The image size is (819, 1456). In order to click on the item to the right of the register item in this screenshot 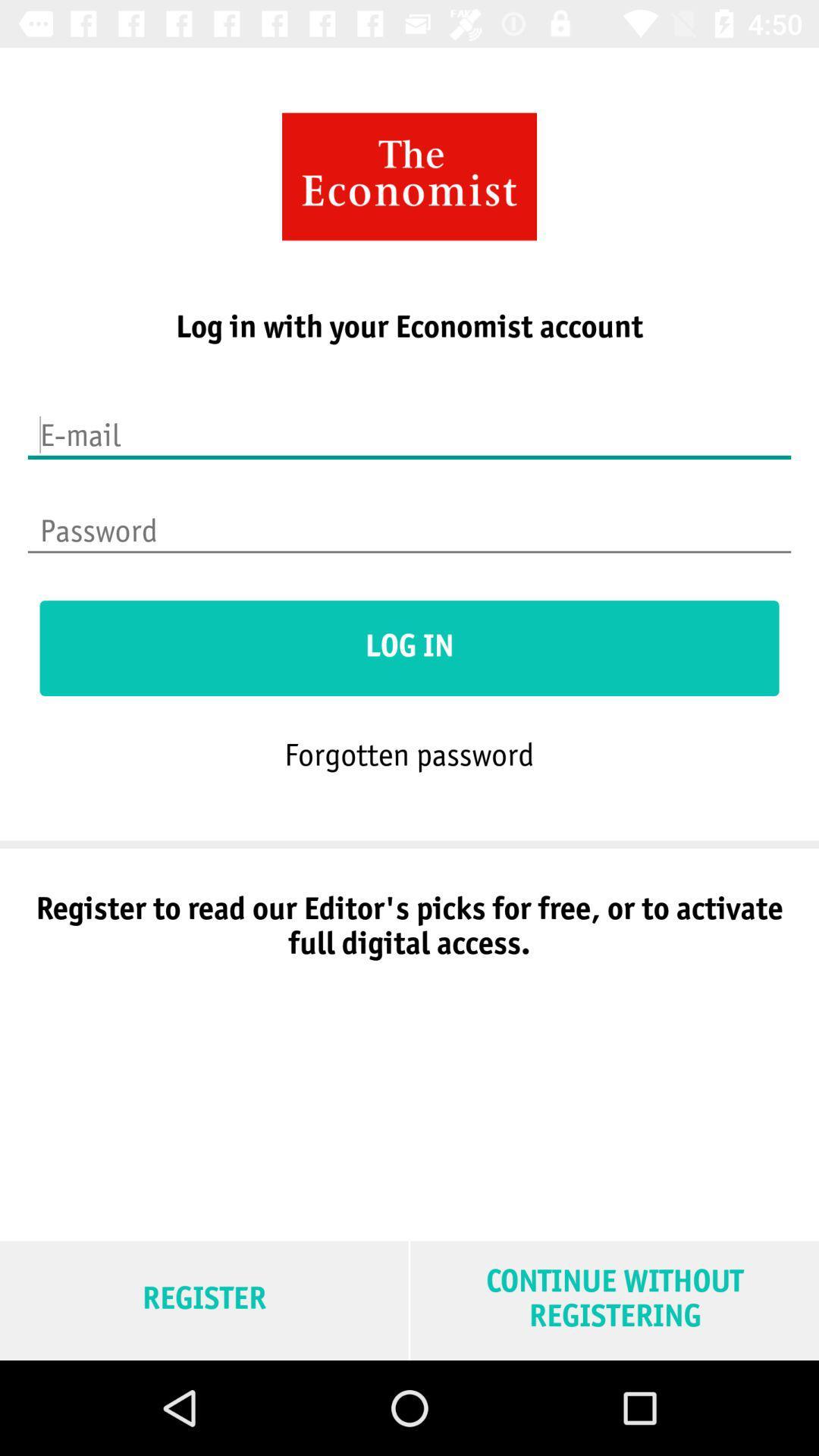, I will do `click(614, 1300)`.